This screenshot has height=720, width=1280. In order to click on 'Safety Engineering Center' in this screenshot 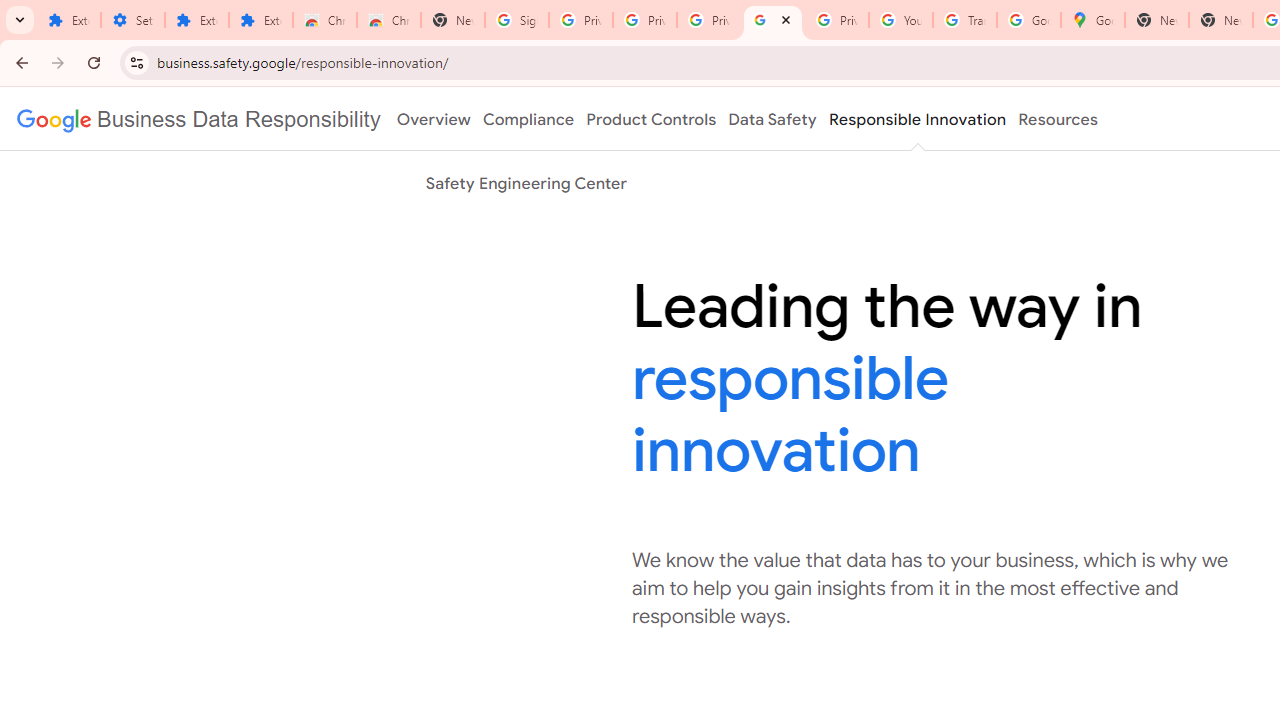, I will do `click(526, 183)`.